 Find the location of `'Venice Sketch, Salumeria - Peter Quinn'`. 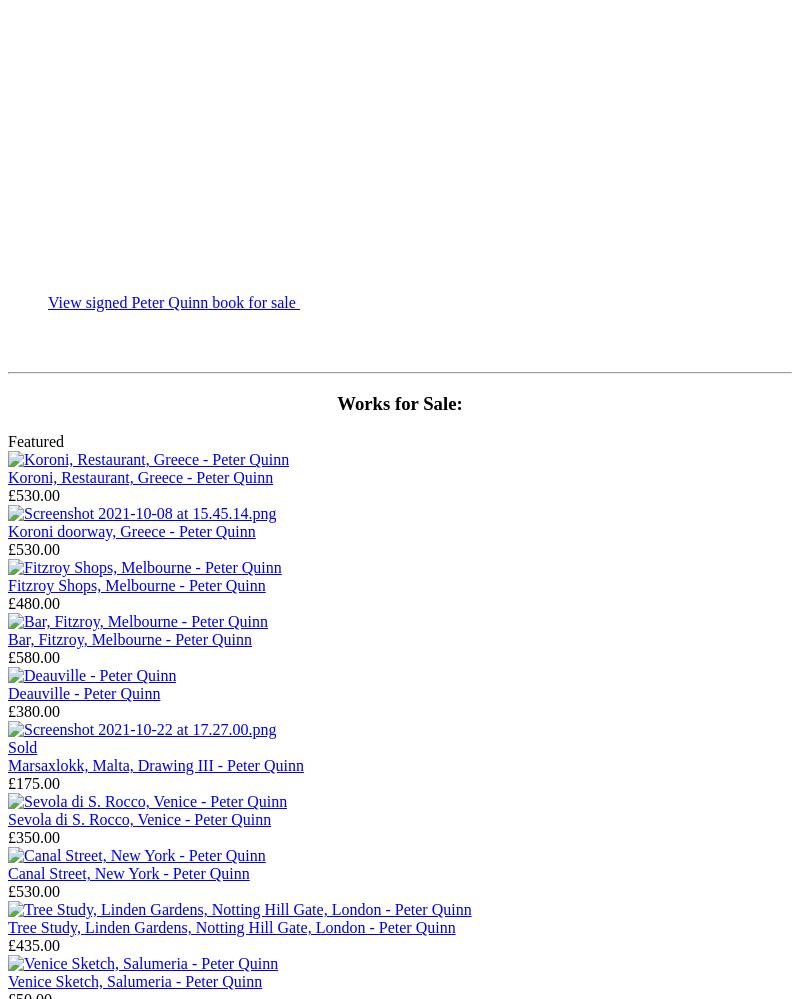

'Venice Sketch, Salumeria - Peter Quinn' is located at coordinates (135, 980).